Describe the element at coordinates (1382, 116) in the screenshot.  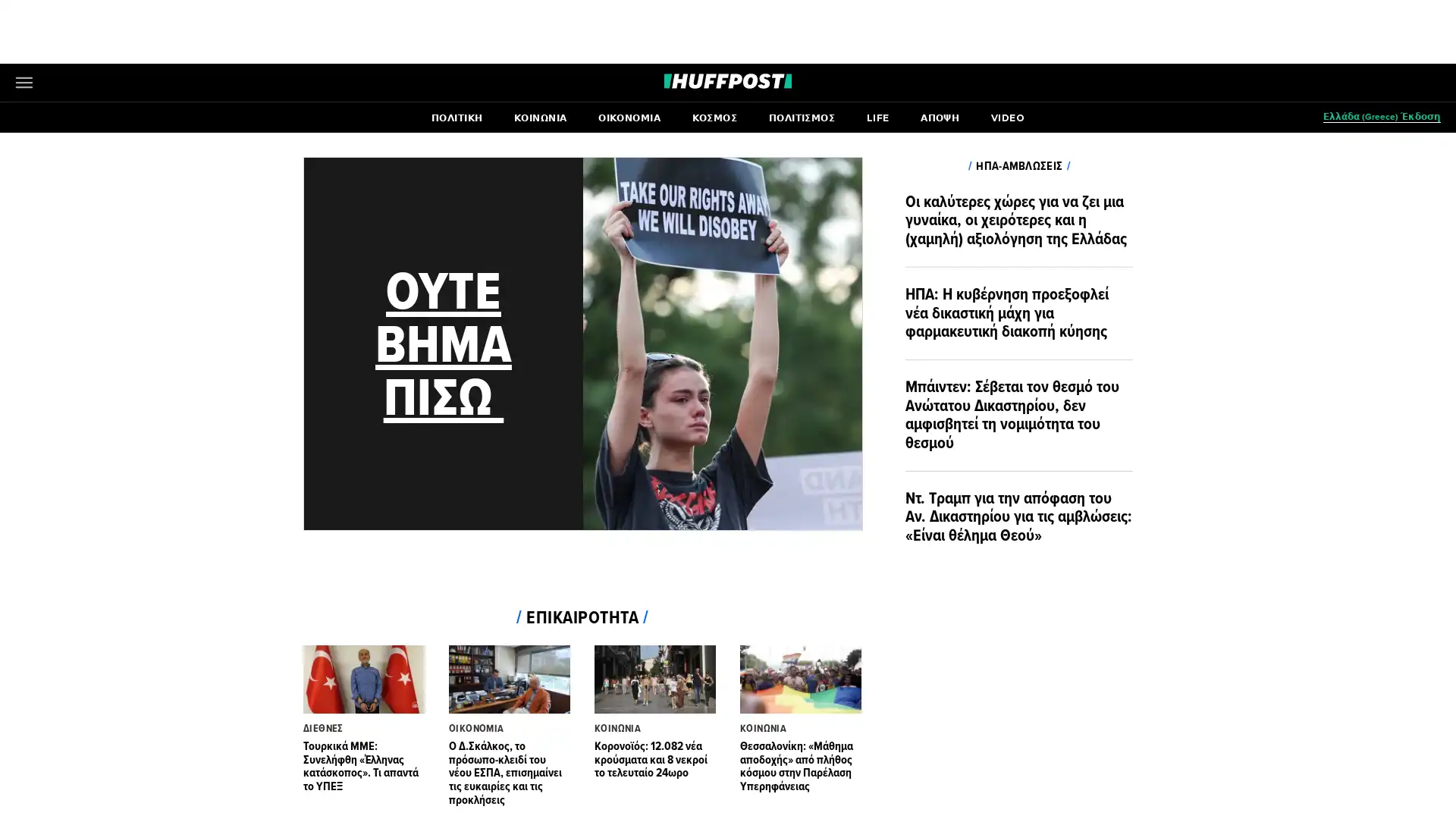
I see `(Greece)  Open editions submenu` at that location.